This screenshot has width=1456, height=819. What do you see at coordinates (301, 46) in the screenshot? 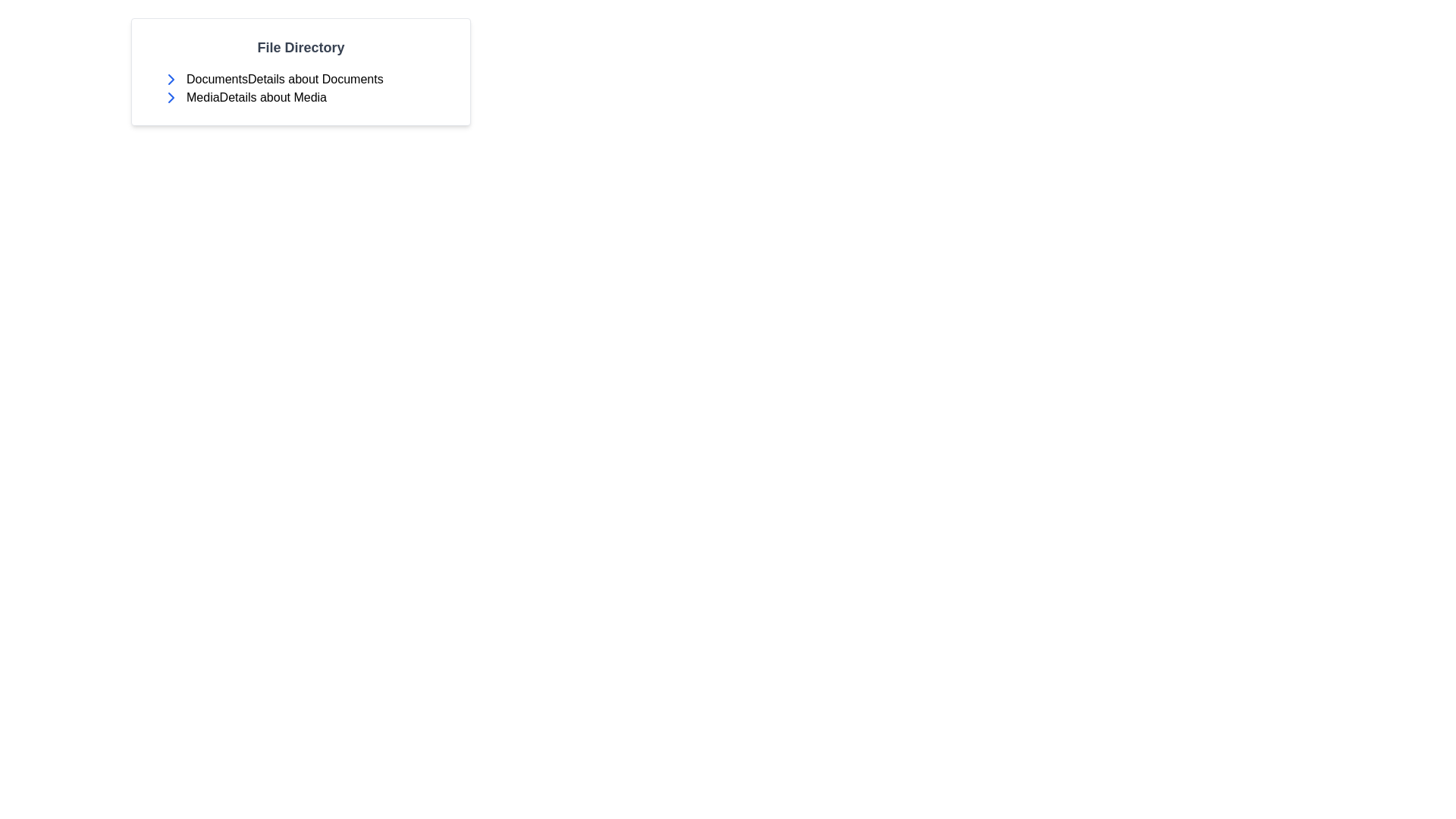
I see `the Text Label which serves as the header or title for the content section, located at the topmost position near the upper-left area of the content section` at bounding box center [301, 46].